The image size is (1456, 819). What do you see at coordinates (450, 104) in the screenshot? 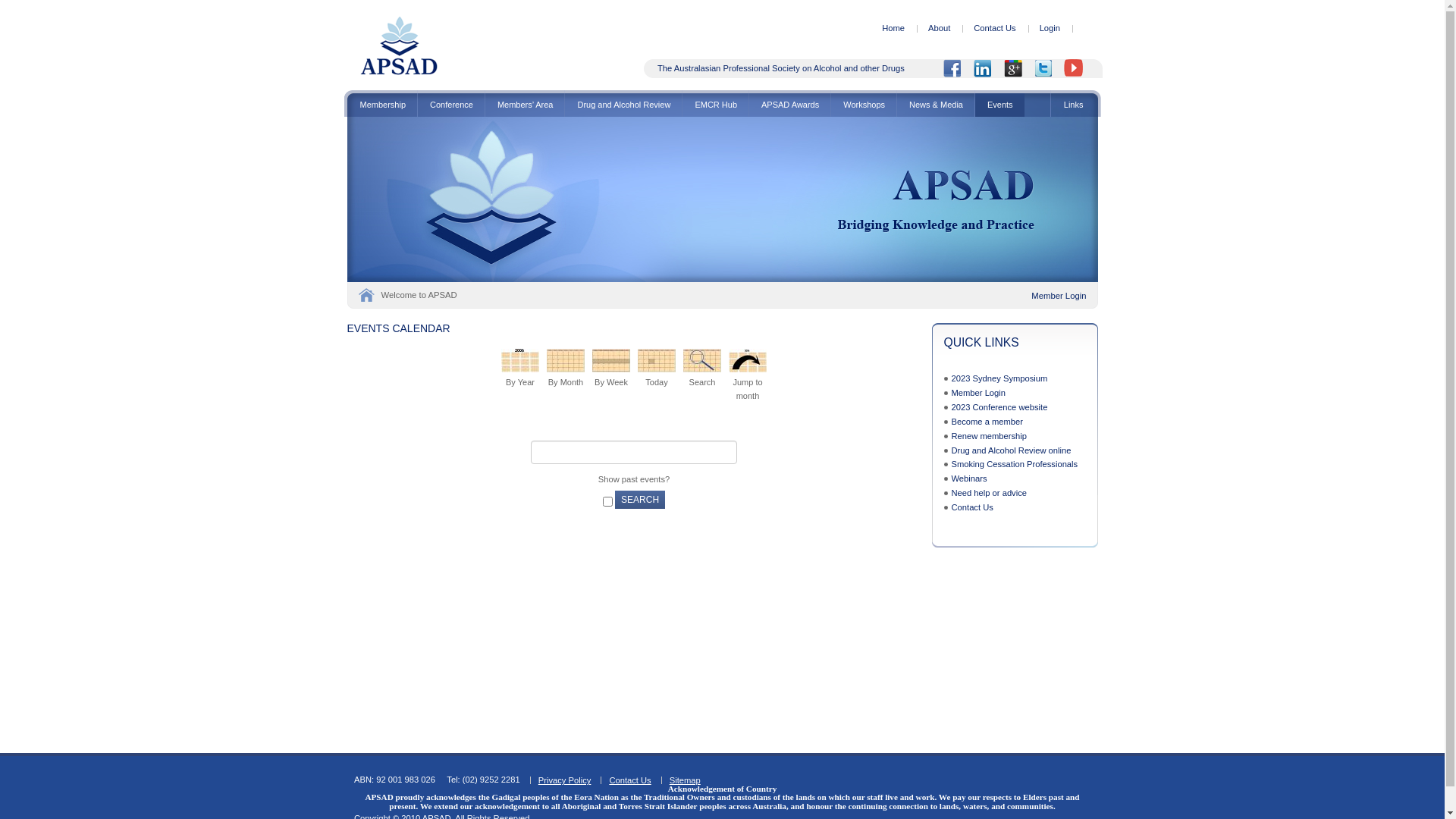
I see `'Conference'` at bounding box center [450, 104].